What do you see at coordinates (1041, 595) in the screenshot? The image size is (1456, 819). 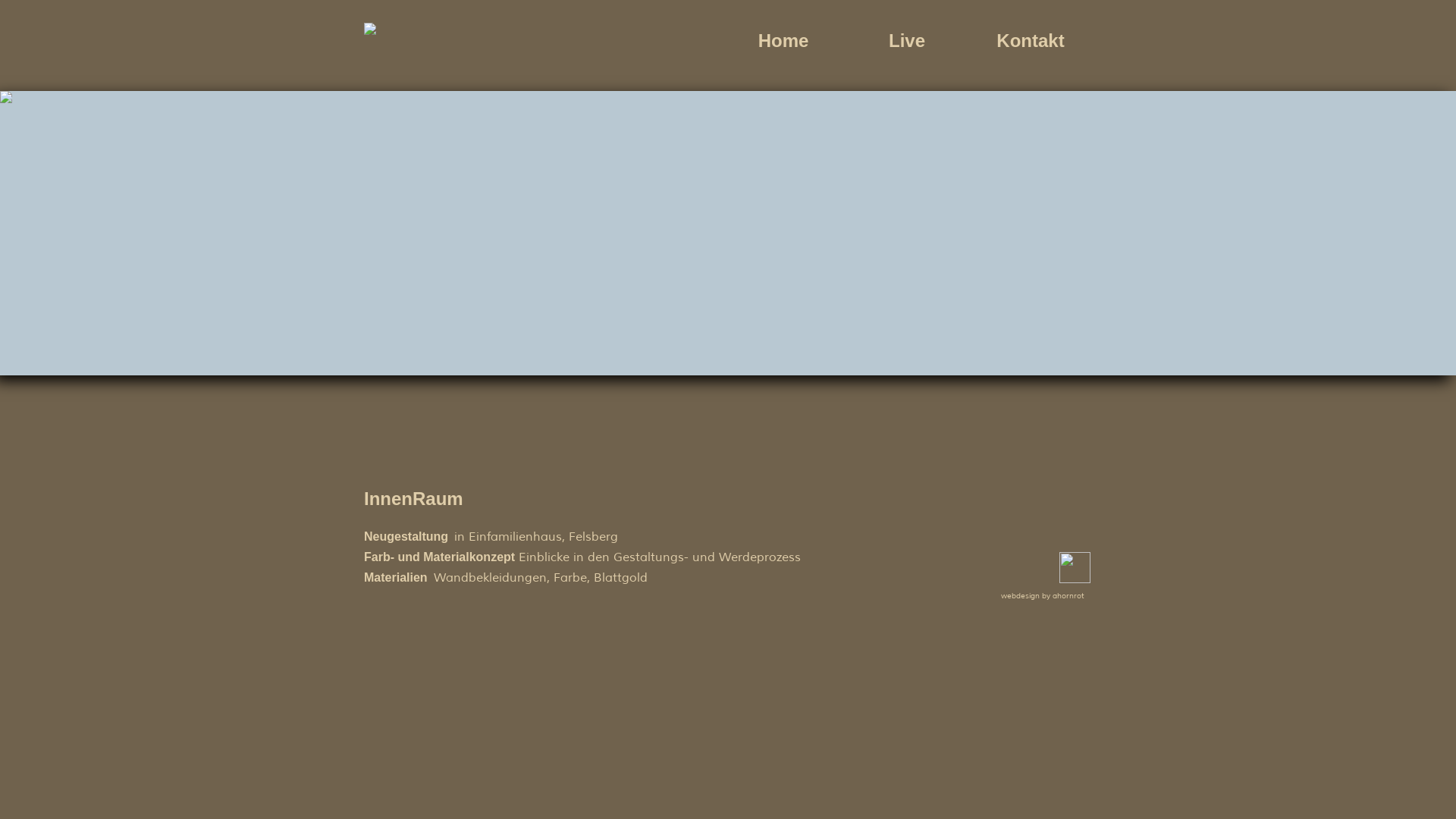 I see `'webdesign by ahornrot'` at bounding box center [1041, 595].